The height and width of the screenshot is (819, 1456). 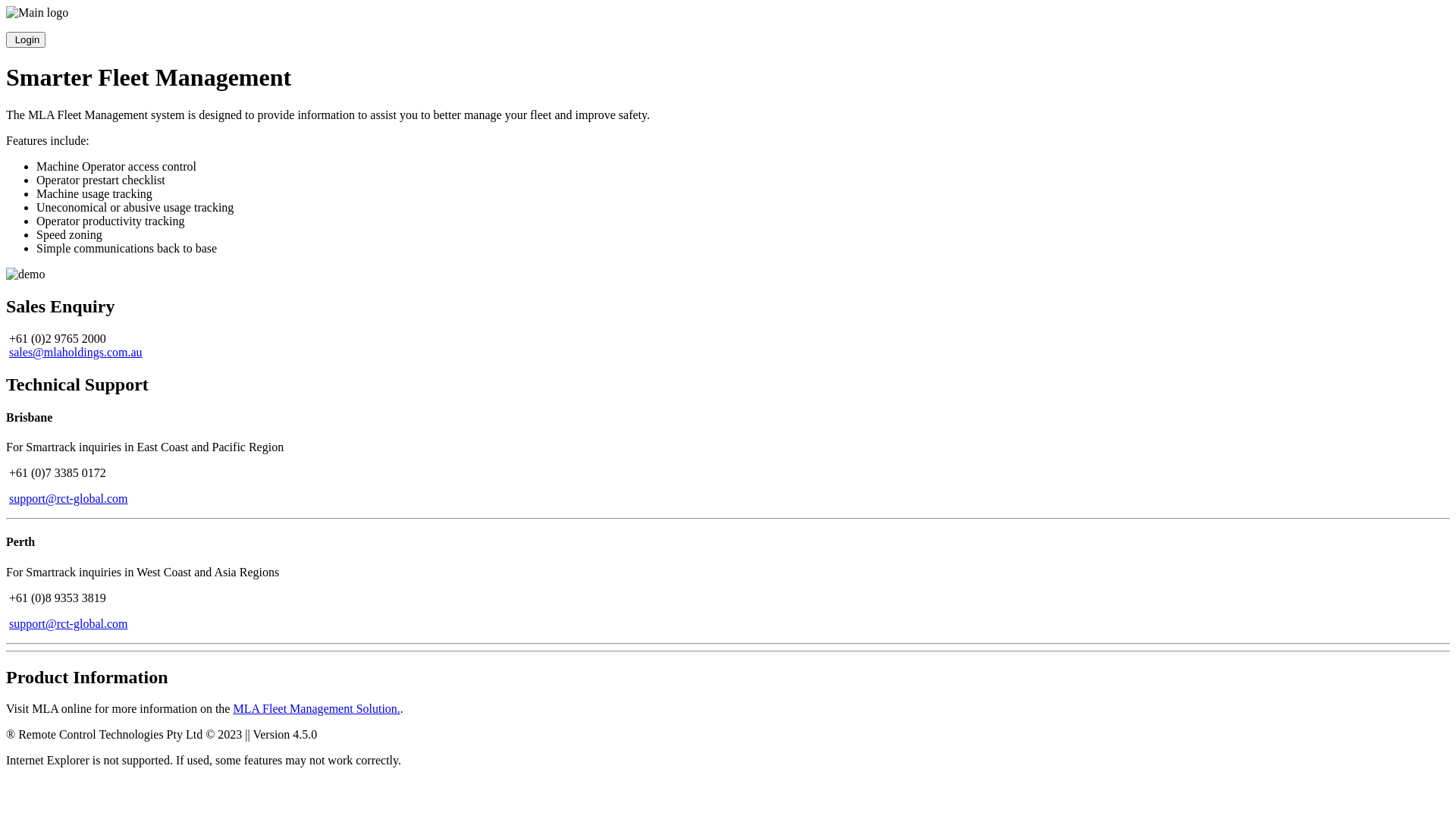 I want to click on 'support@rct-global.com', so click(x=67, y=498).